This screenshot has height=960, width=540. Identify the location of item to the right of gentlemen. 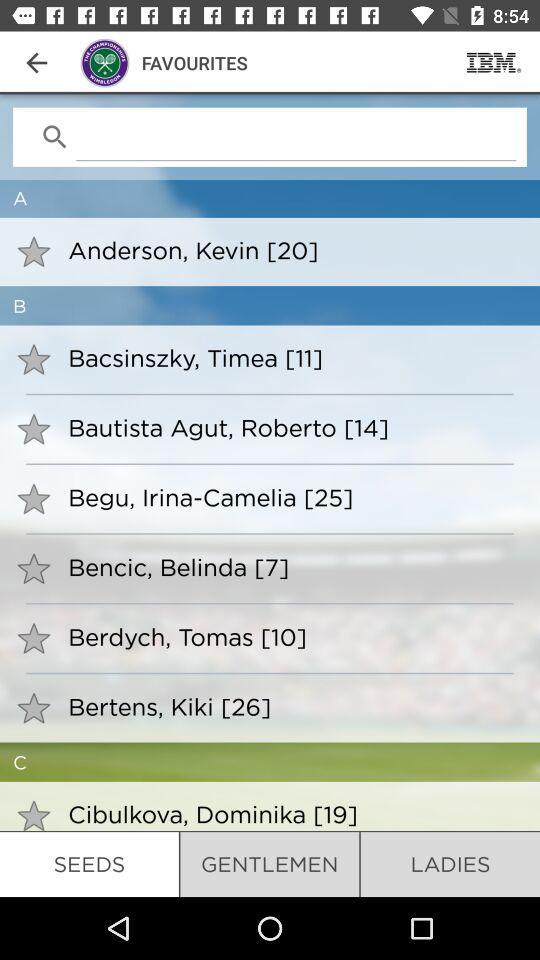
(450, 863).